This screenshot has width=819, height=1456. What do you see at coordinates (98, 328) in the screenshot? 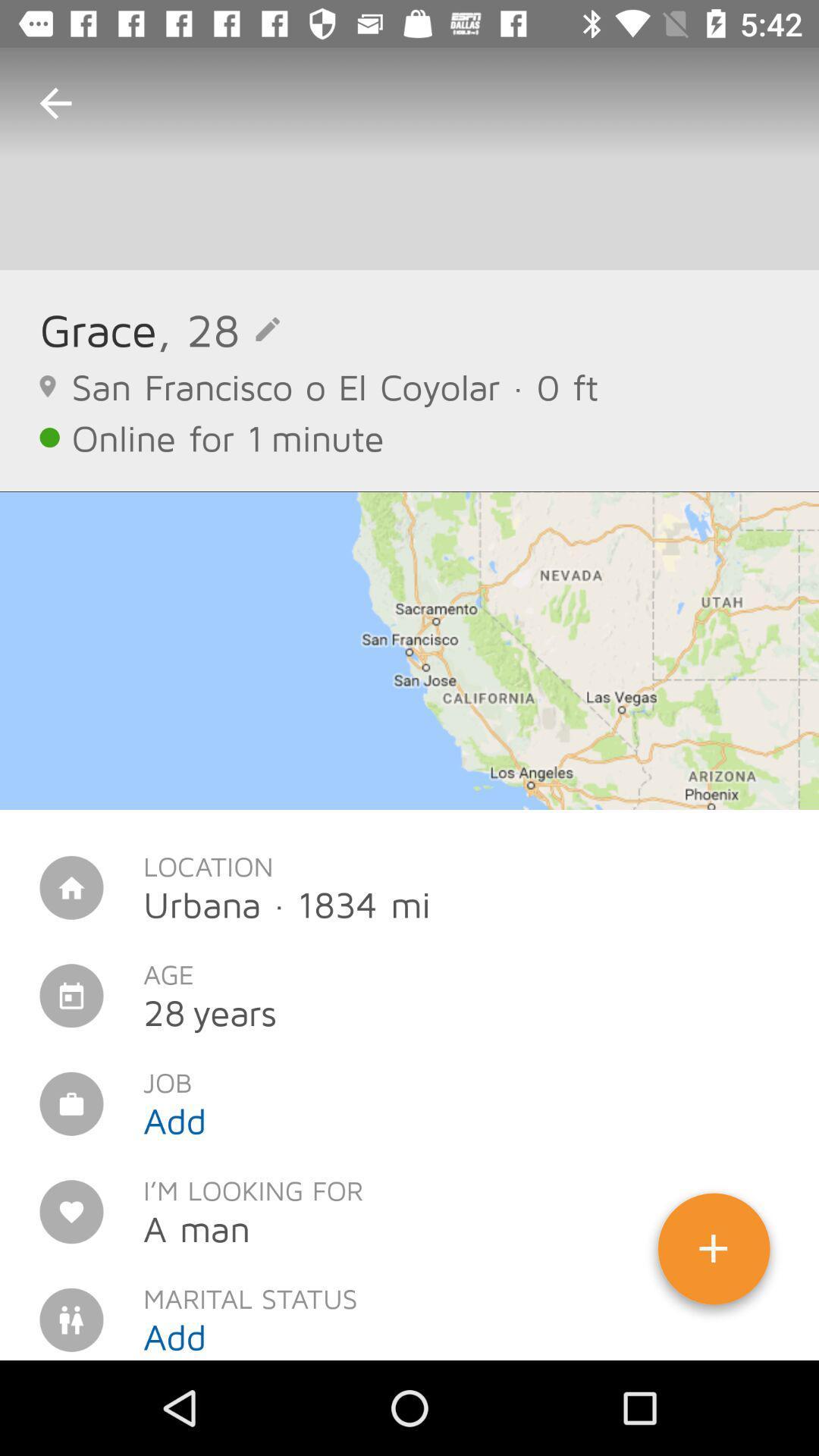
I see `the grace icon` at bounding box center [98, 328].